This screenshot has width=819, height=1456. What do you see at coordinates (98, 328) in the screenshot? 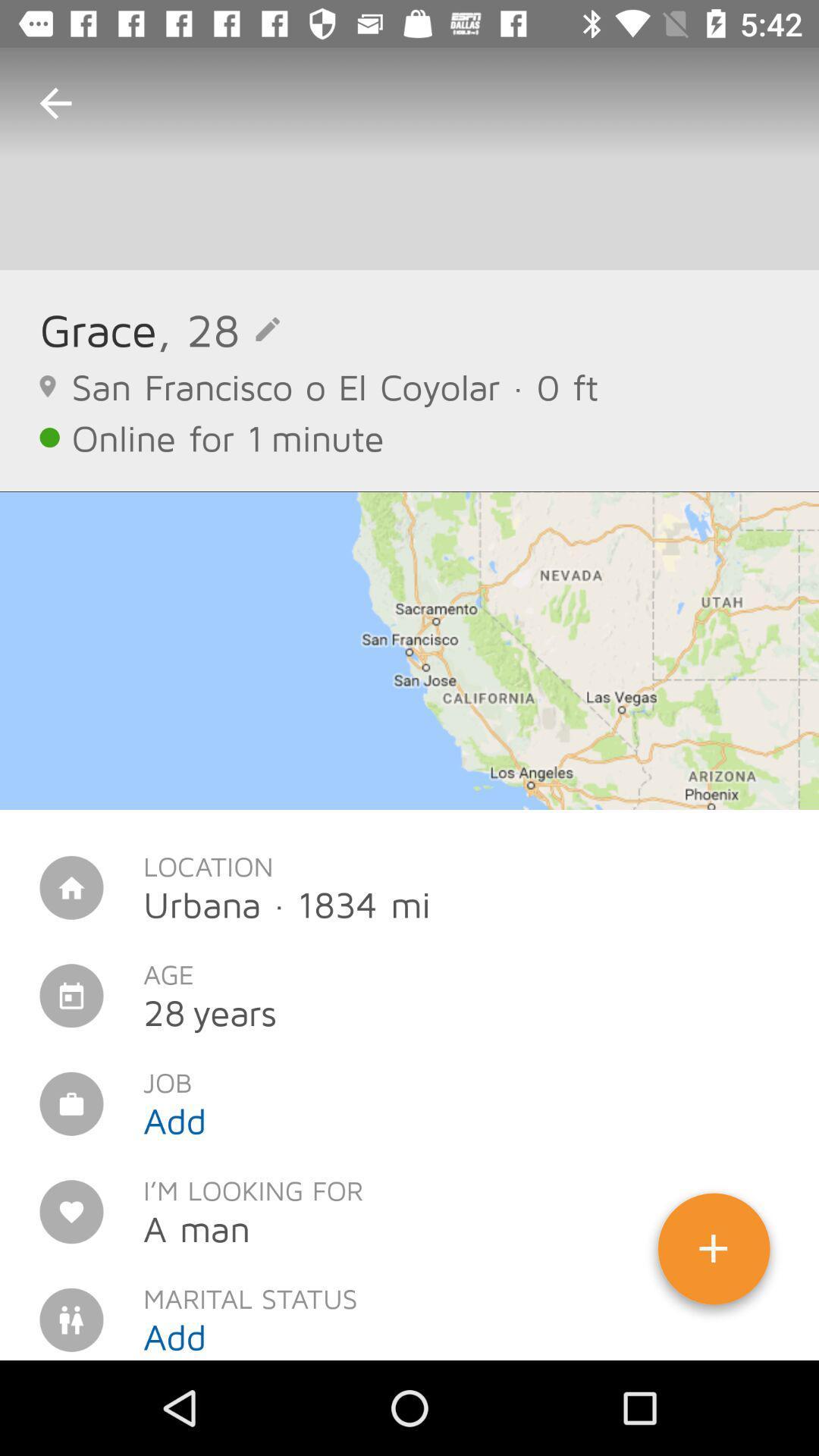
I see `the grace icon` at bounding box center [98, 328].